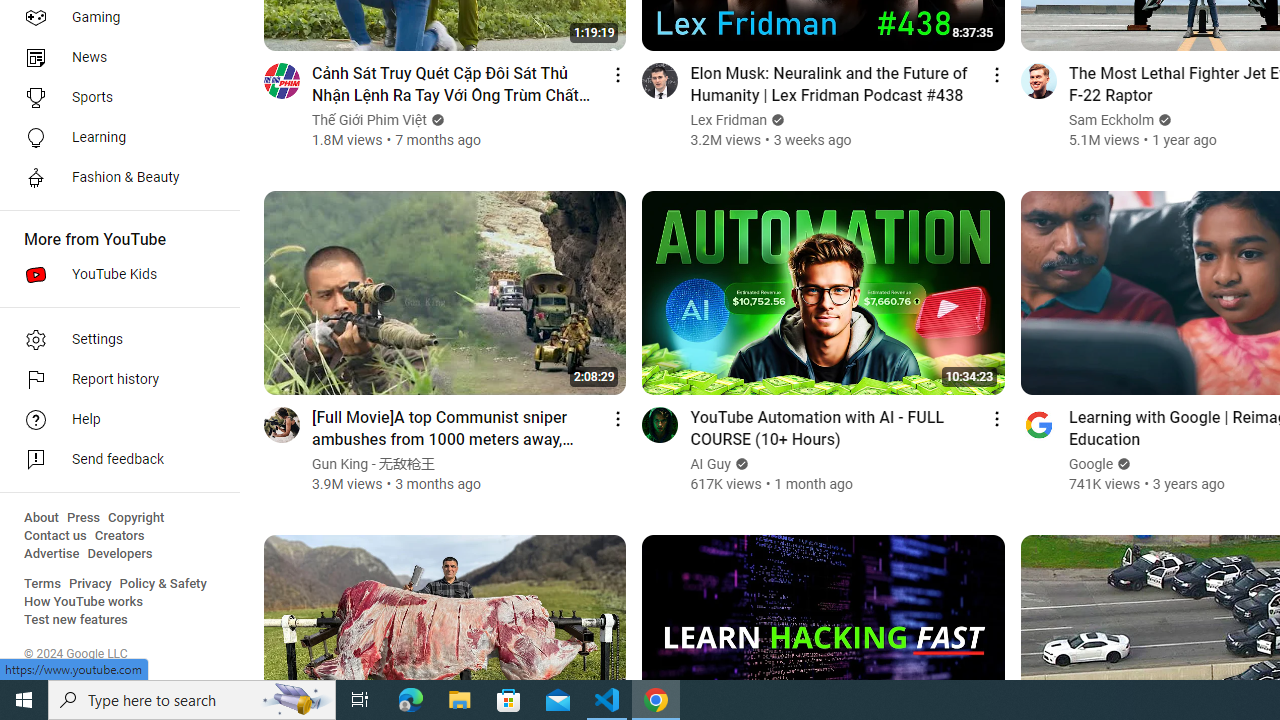 The image size is (1280, 720). Describe the element at coordinates (112, 176) in the screenshot. I see `'Fashion & Beauty'` at that location.